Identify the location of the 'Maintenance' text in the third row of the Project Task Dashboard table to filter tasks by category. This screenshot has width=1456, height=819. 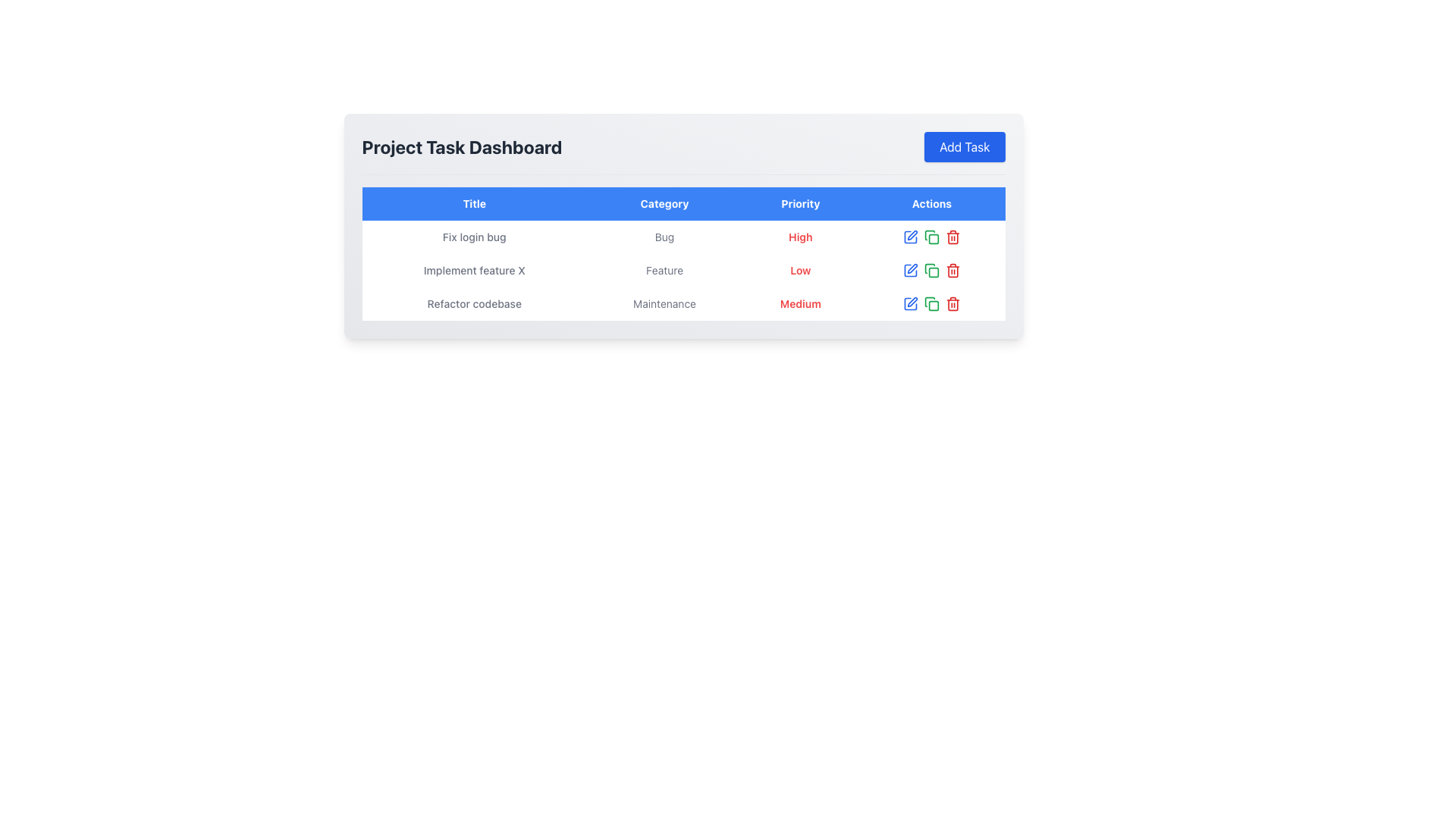
(682, 304).